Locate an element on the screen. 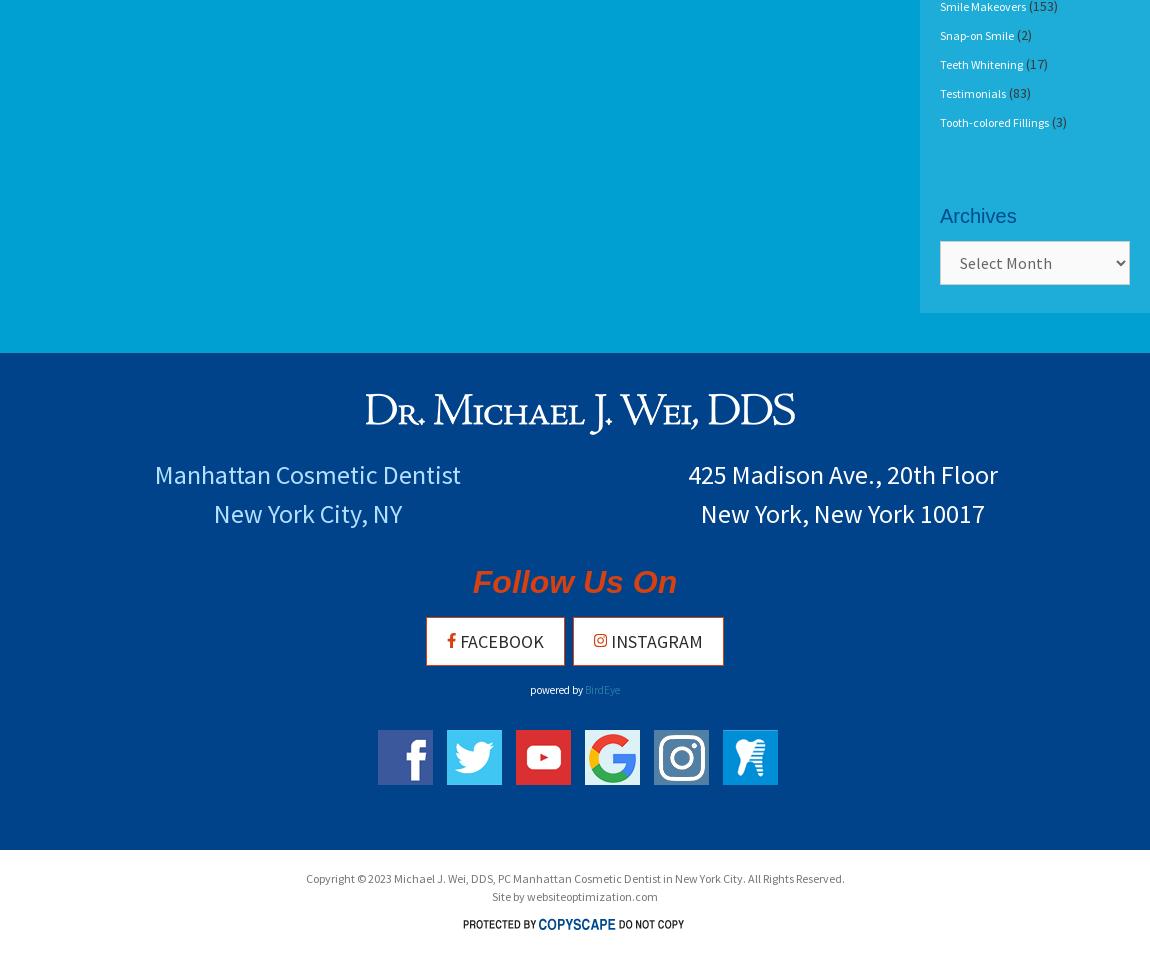 The width and height of the screenshot is (1150, 953). 'Archives' is located at coordinates (940, 215).